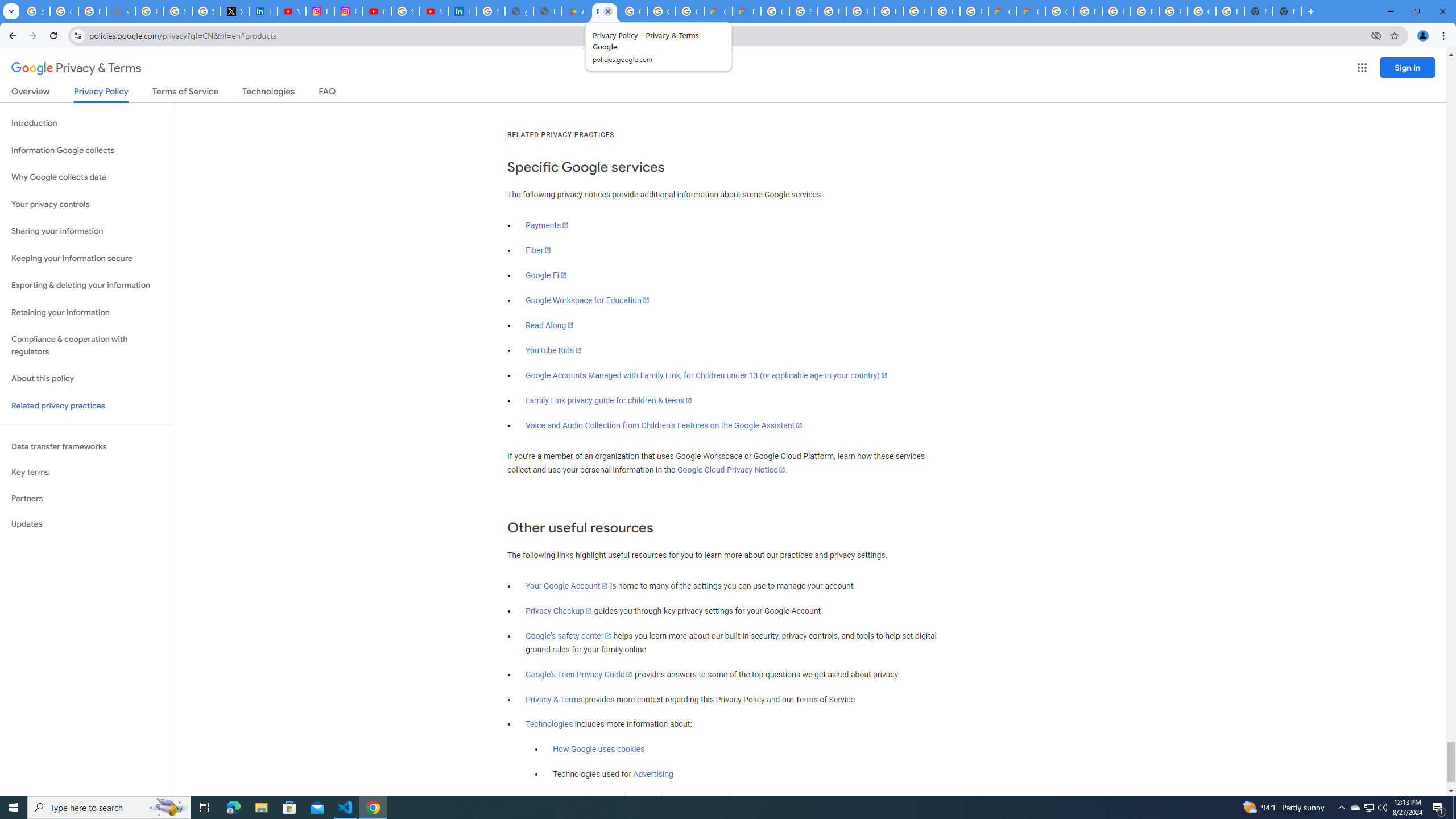 This screenshot has height=819, width=1456. I want to click on 'support.google.com - Network error', so click(120, 11).